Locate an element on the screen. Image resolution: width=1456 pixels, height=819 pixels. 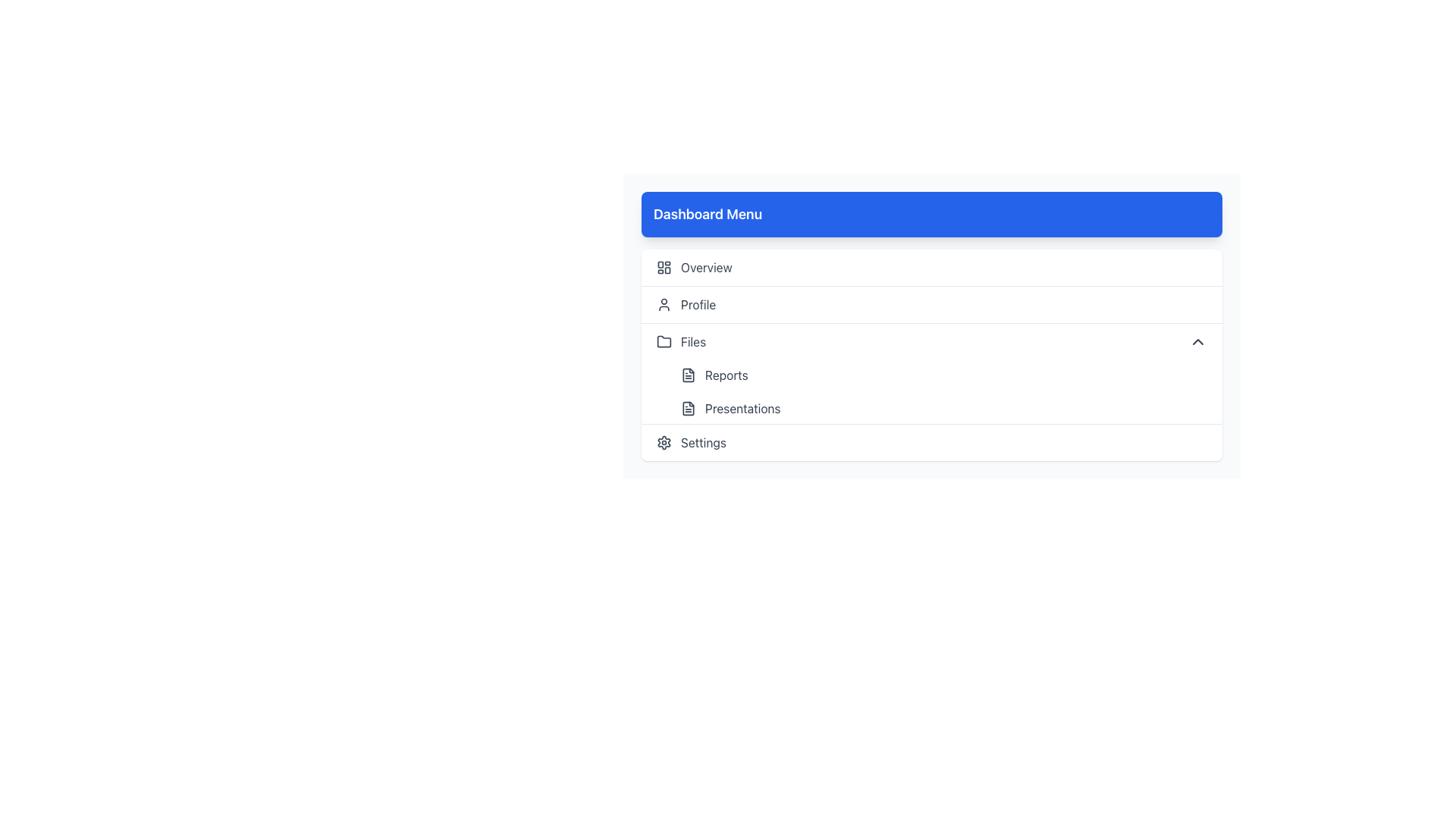
the 'Files' SVG Icon located to the left of the 'Files' menu label in the vertical menu is located at coordinates (664, 341).